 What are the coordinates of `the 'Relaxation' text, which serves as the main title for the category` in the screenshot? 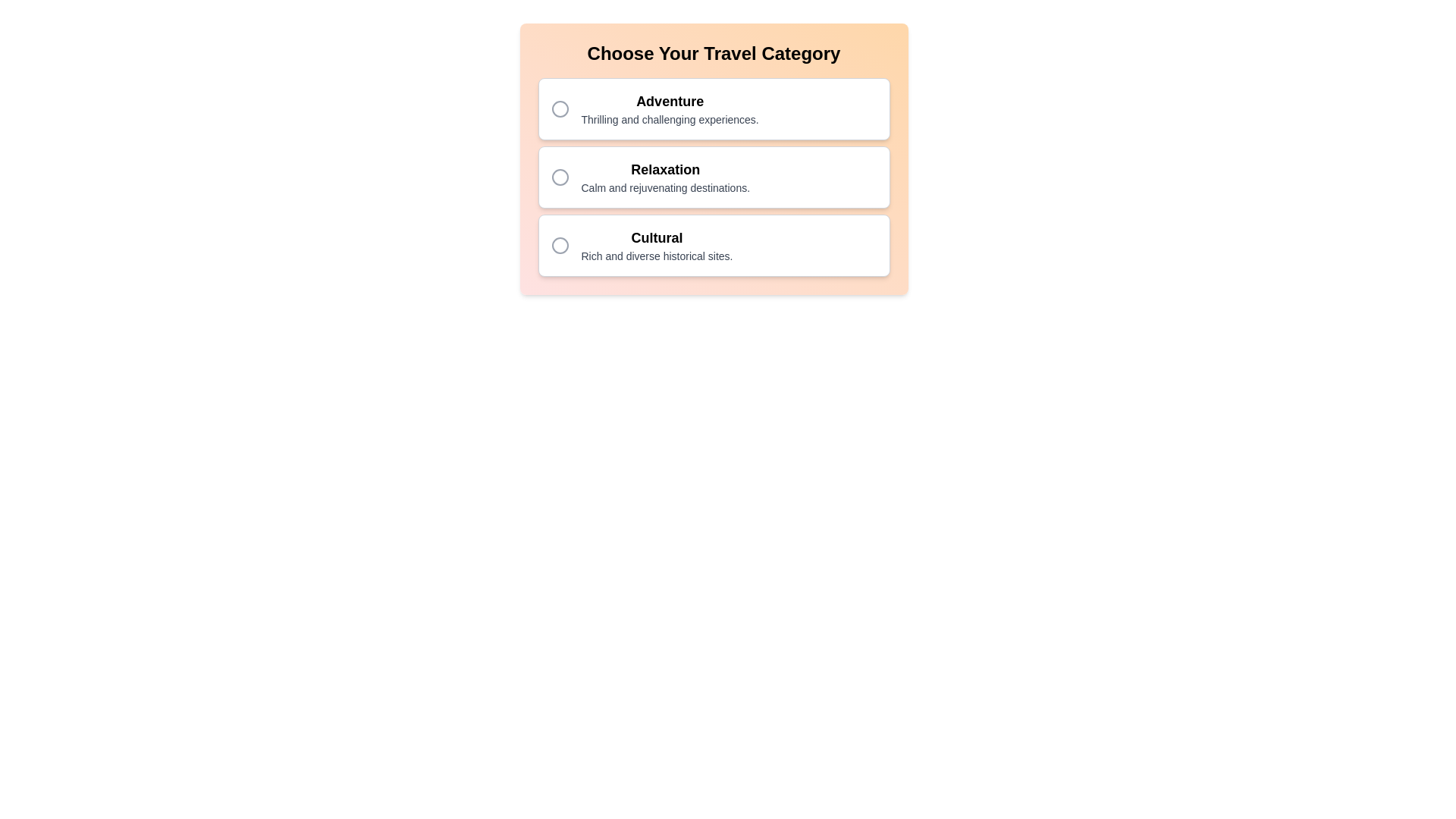 It's located at (665, 169).